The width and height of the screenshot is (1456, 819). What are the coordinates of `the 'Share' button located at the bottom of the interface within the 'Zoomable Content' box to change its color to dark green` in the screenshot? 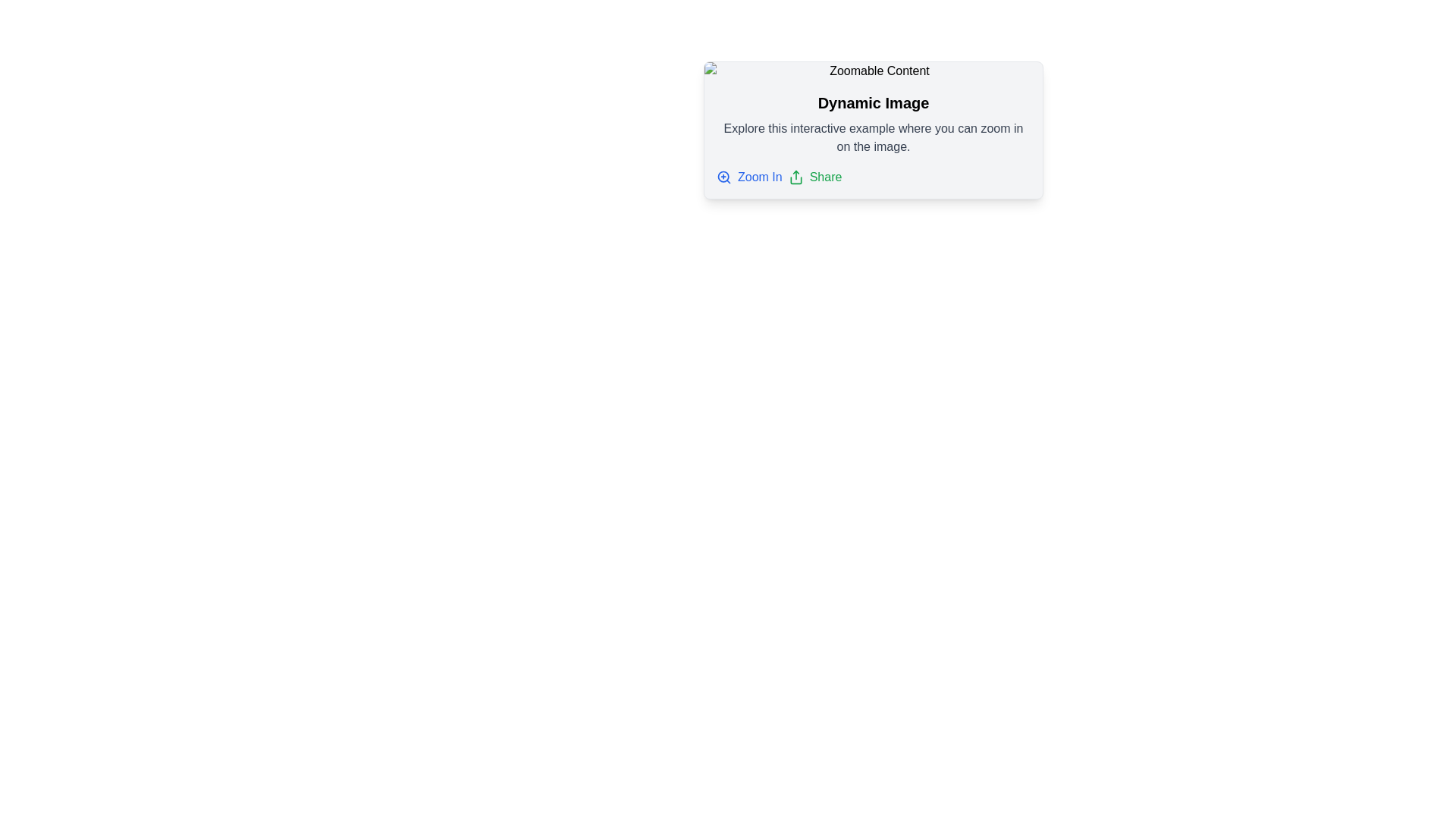 It's located at (814, 177).